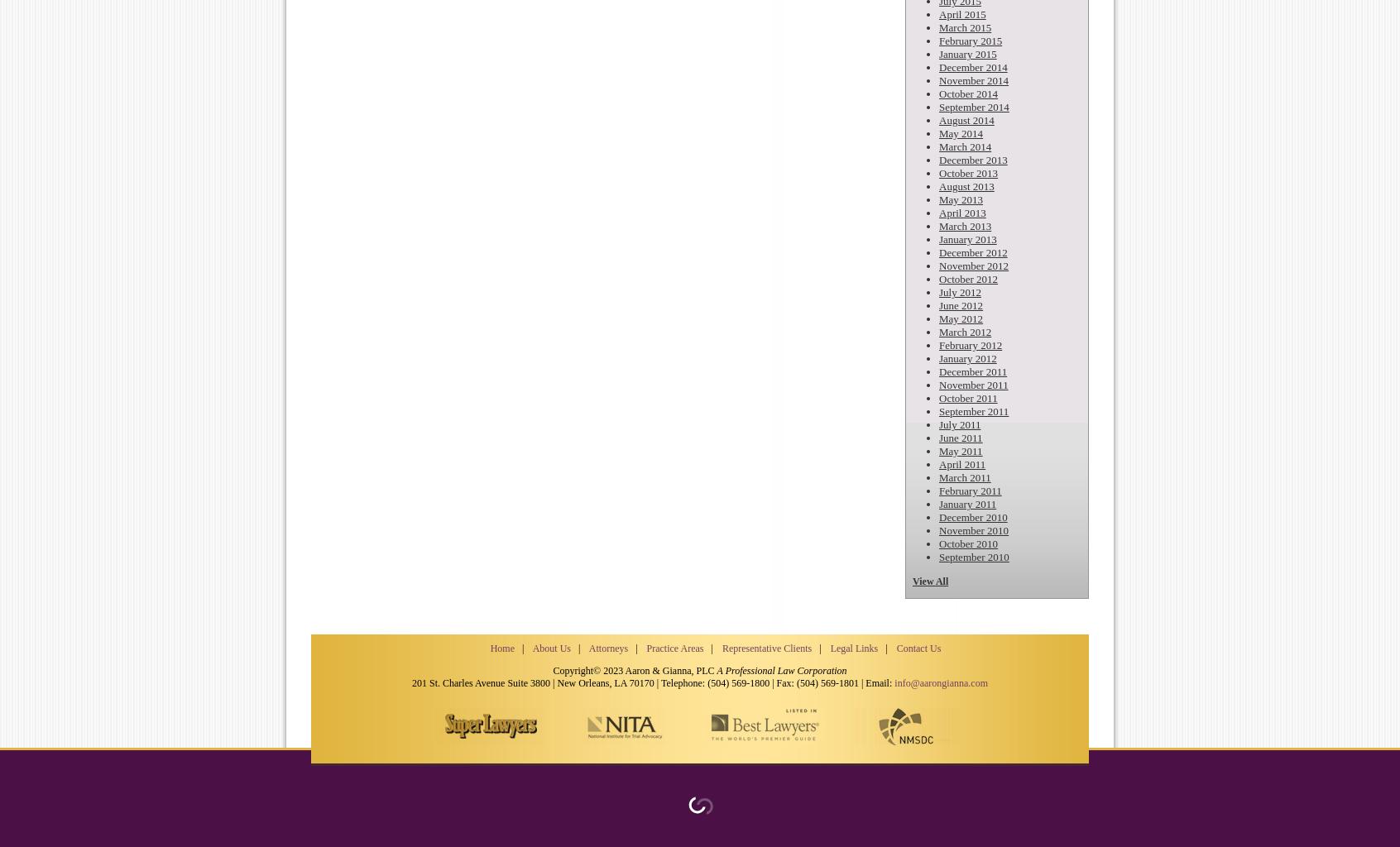  Describe the element at coordinates (530, 682) in the screenshot. I see `'Suite 3800  |'` at that location.